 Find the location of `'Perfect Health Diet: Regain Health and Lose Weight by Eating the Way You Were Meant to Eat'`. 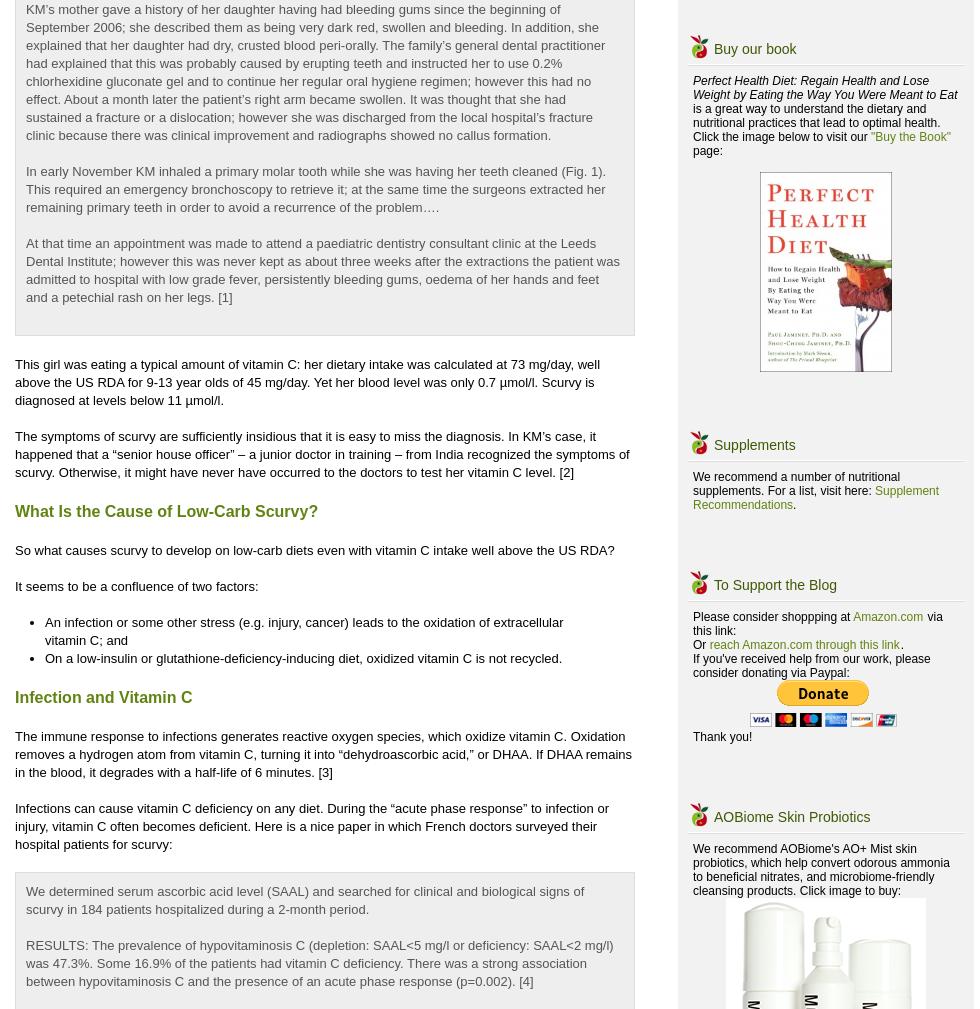

'Perfect Health Diet: Regain Health and Lose Weight by Eating the Way You Were Meant to Eat' is located at coordinates (824, 86).